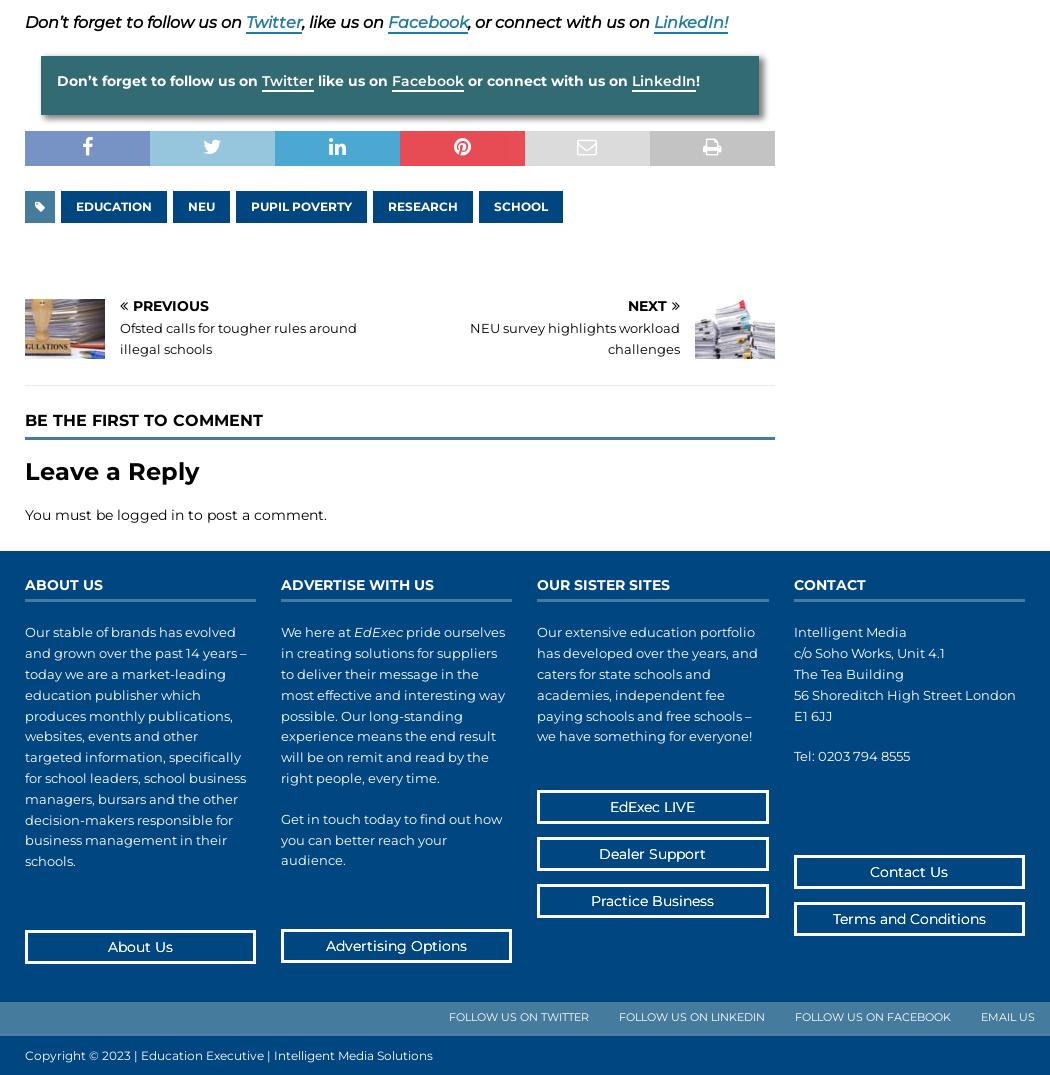 The height and width of the screenshot is (1075, 1050). What do you see at coordinates (628, 305) in the screenshot?
I see `'Next'` at bounding box center [628, 305].